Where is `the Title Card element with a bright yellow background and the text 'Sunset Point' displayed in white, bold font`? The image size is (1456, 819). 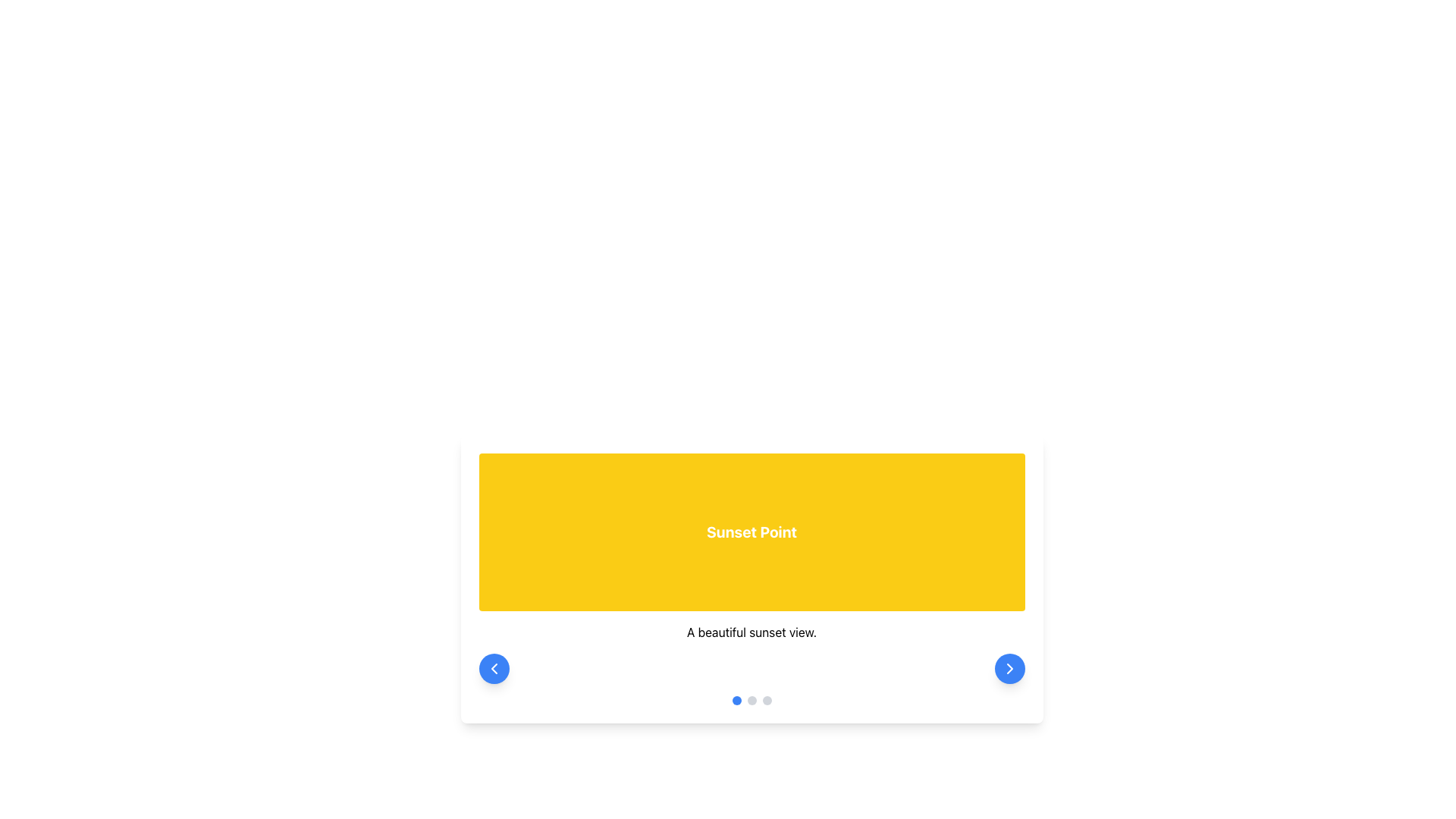
the Title Card element with a bright yellow background and the text 'Sunset Point' displayed in white, bold font is located at coordinates (752, 532).